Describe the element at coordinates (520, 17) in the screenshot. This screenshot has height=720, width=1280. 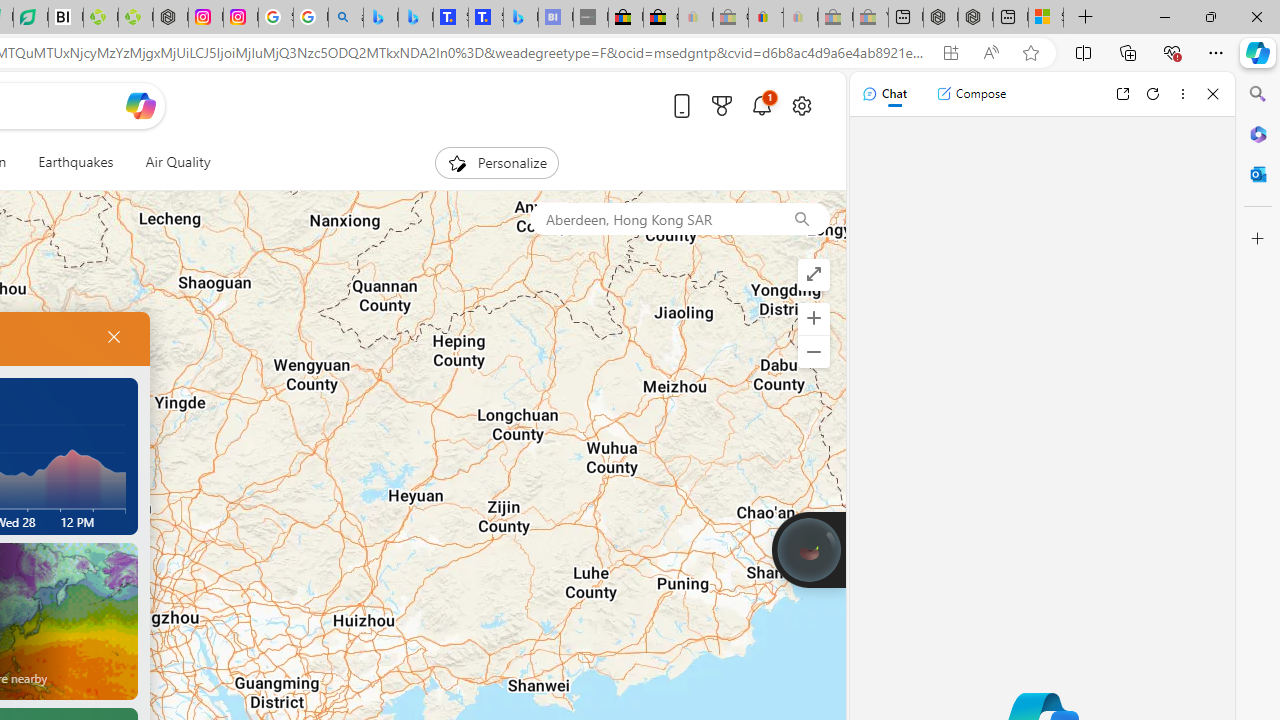
I see `'Microsoft Bing Travel - Shangri-La Hotel Bangkok'` at that location.